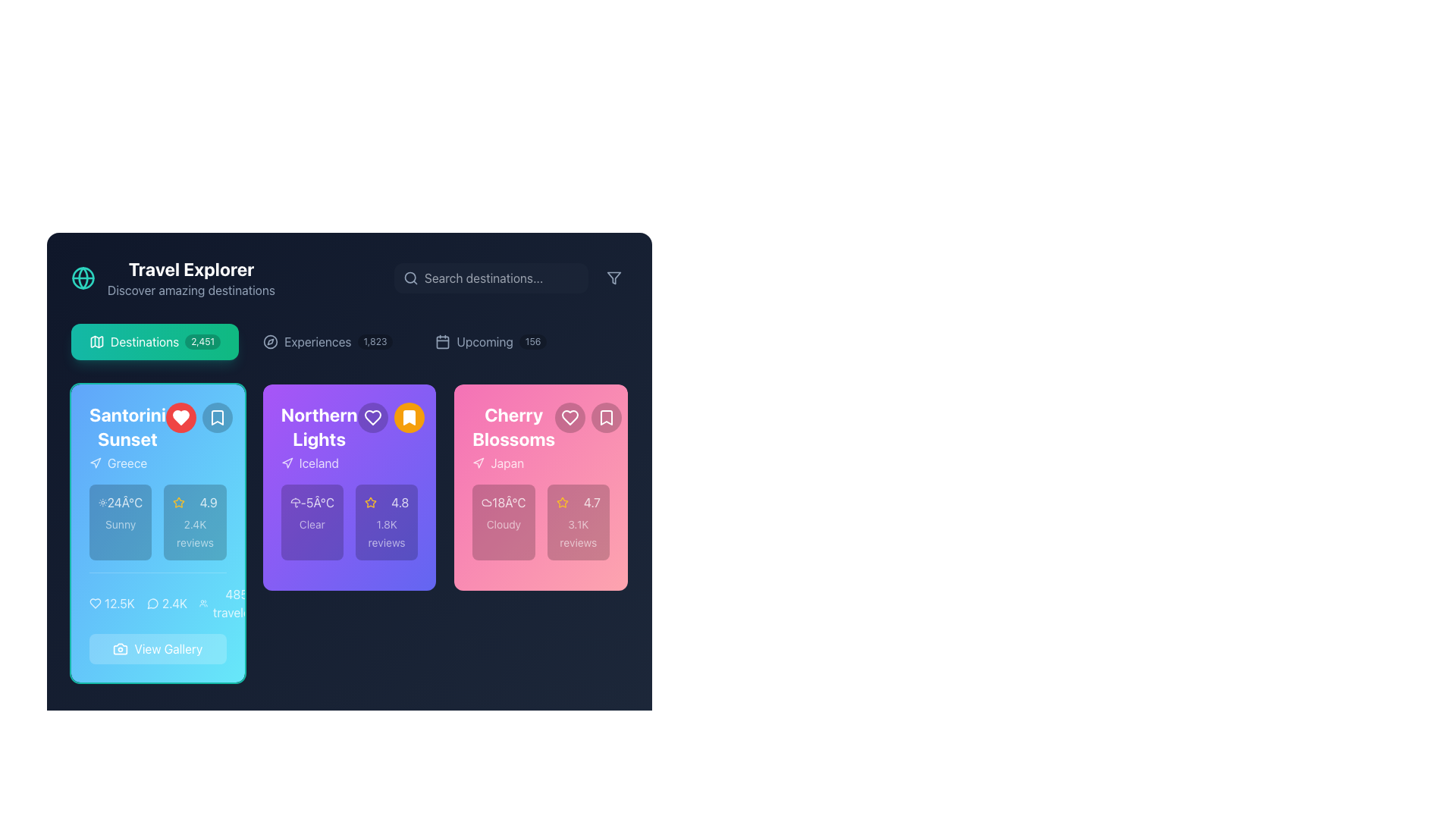 The height and width of the screenshot is (819, 1456). What do you see at coordinates (387, 522) in the screenshot?
I see `the Rating summary element for the 'Northern Lights' card, located in the bottom section of the card, to the lower right of the weather and condition information` at bounding box center [387, 522].